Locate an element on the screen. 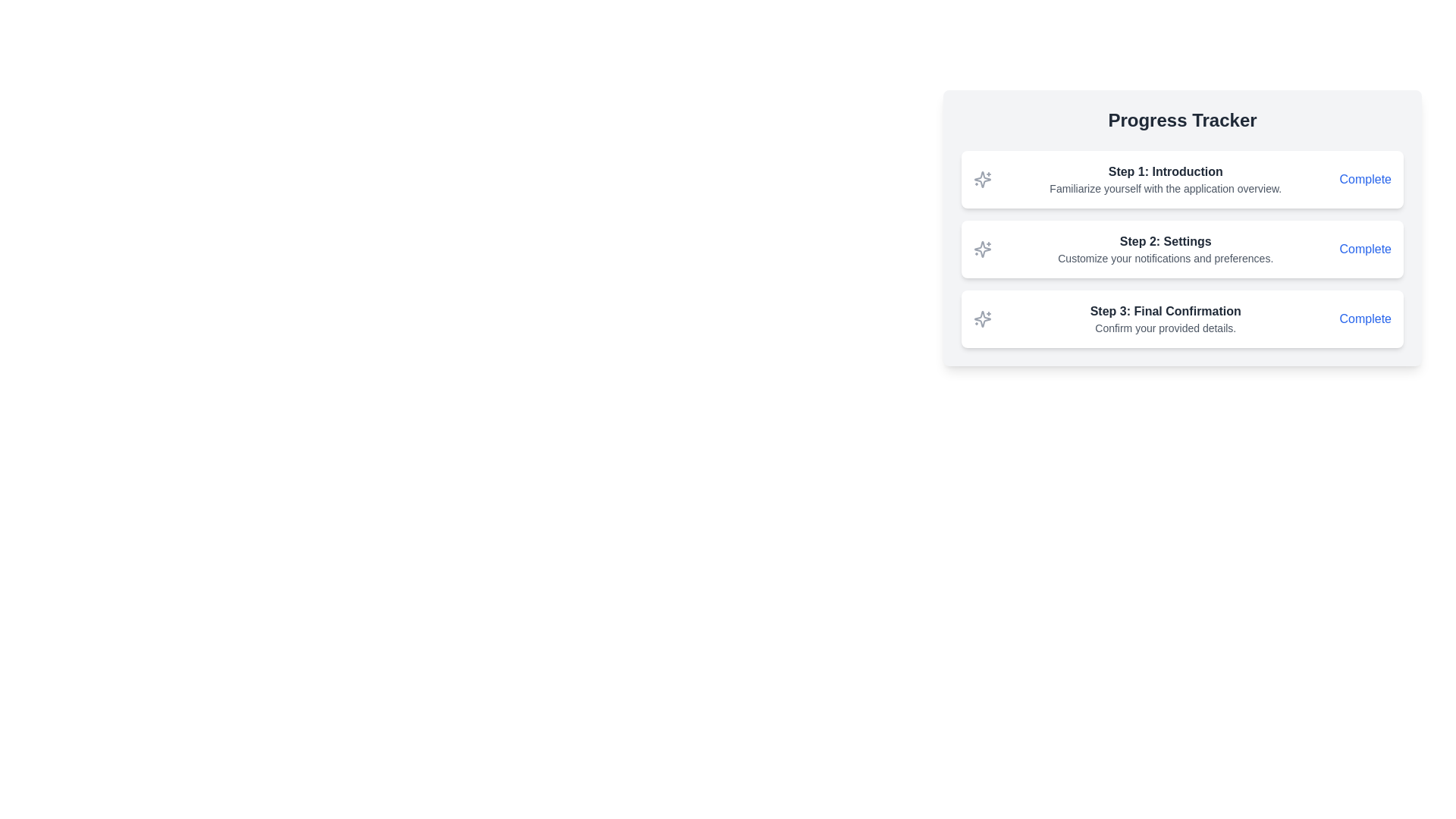  the completion icon representing the first step of the progress tracker, titled 'Step 1: Introduction' is located at coordinates (983, 178).